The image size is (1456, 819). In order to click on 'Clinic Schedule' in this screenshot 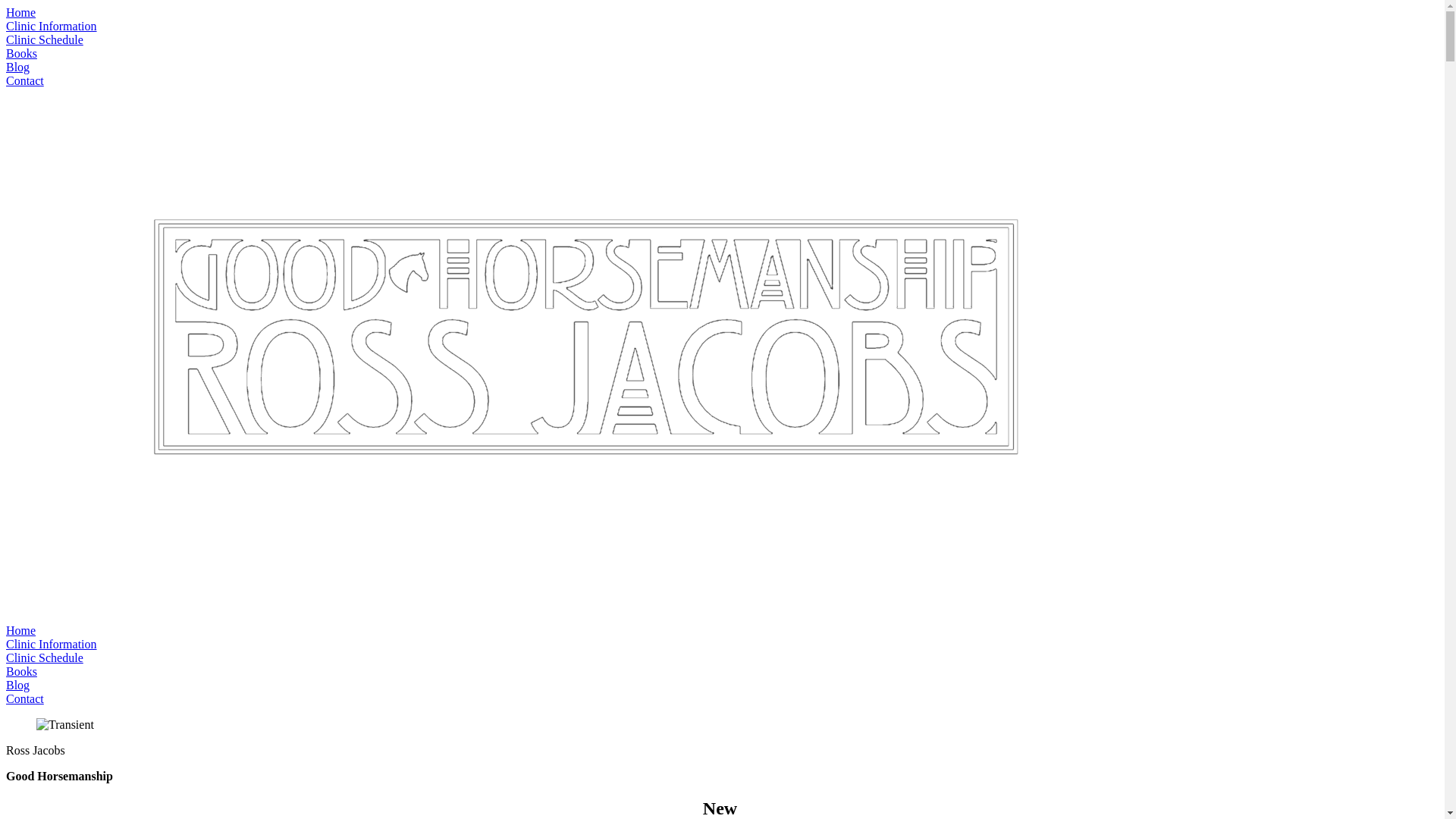, I will do `click(44, 39)`.